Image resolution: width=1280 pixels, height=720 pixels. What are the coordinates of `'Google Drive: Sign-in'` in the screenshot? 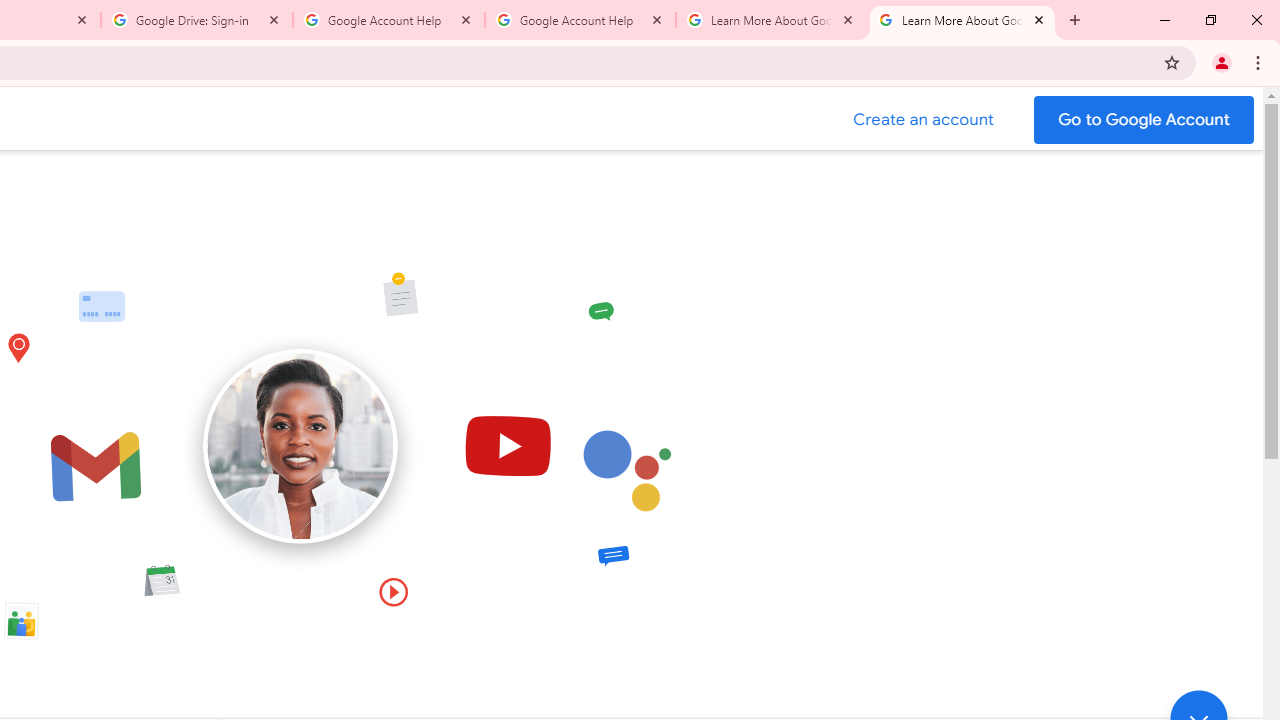 It's located at (197, 20).